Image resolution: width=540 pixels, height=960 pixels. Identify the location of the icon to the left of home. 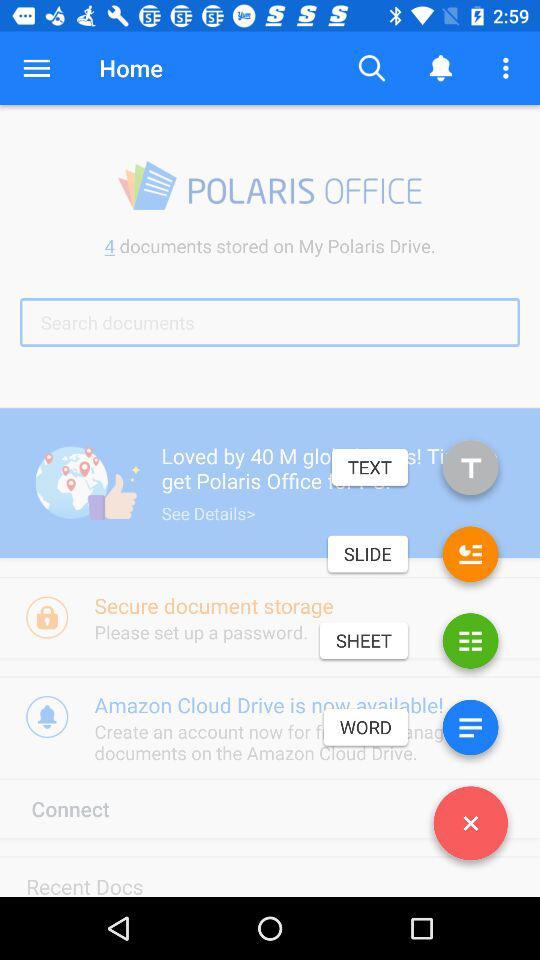
(36, 68).